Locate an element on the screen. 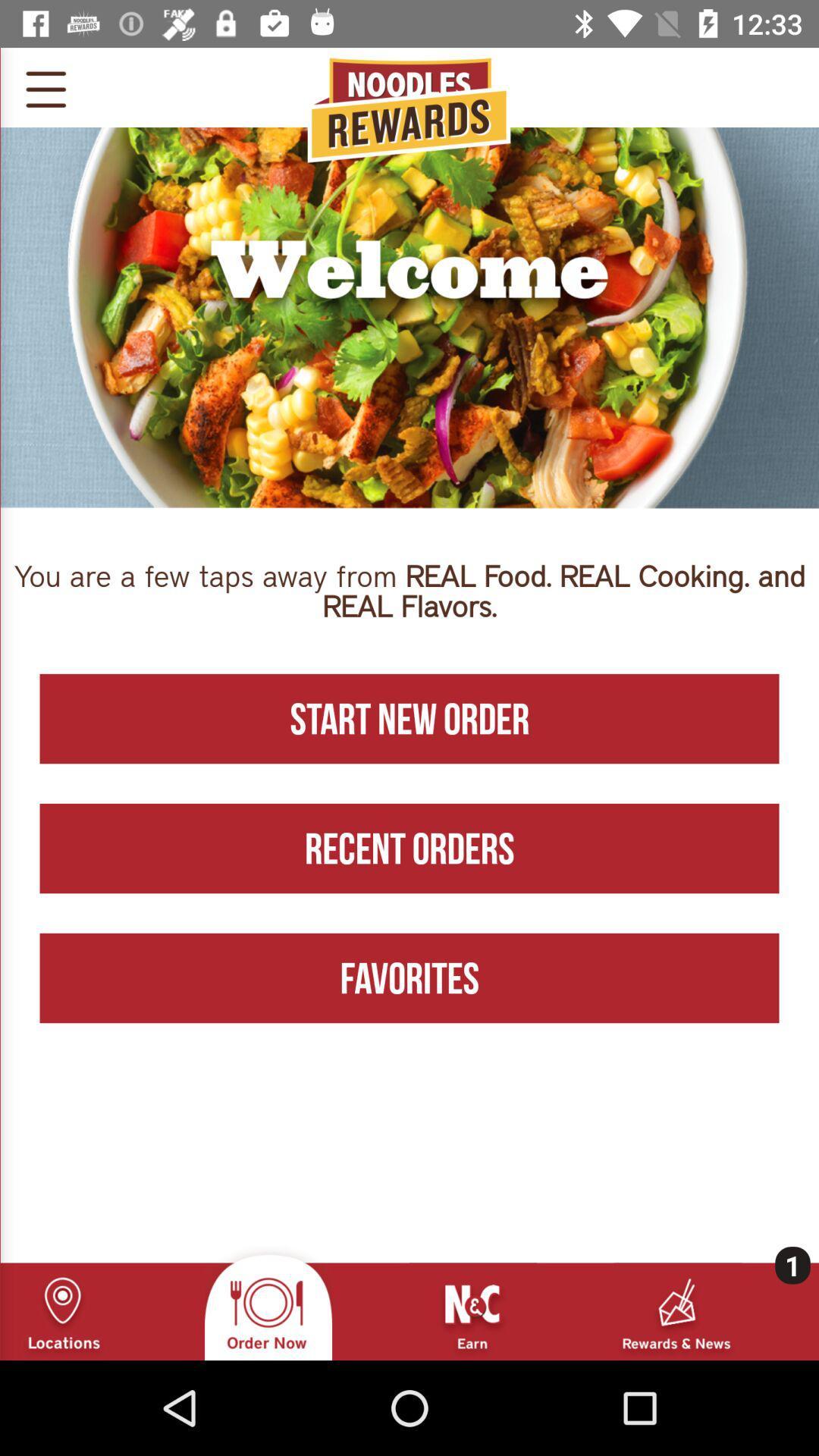  the menu icon is located at coordinates (45, 86).